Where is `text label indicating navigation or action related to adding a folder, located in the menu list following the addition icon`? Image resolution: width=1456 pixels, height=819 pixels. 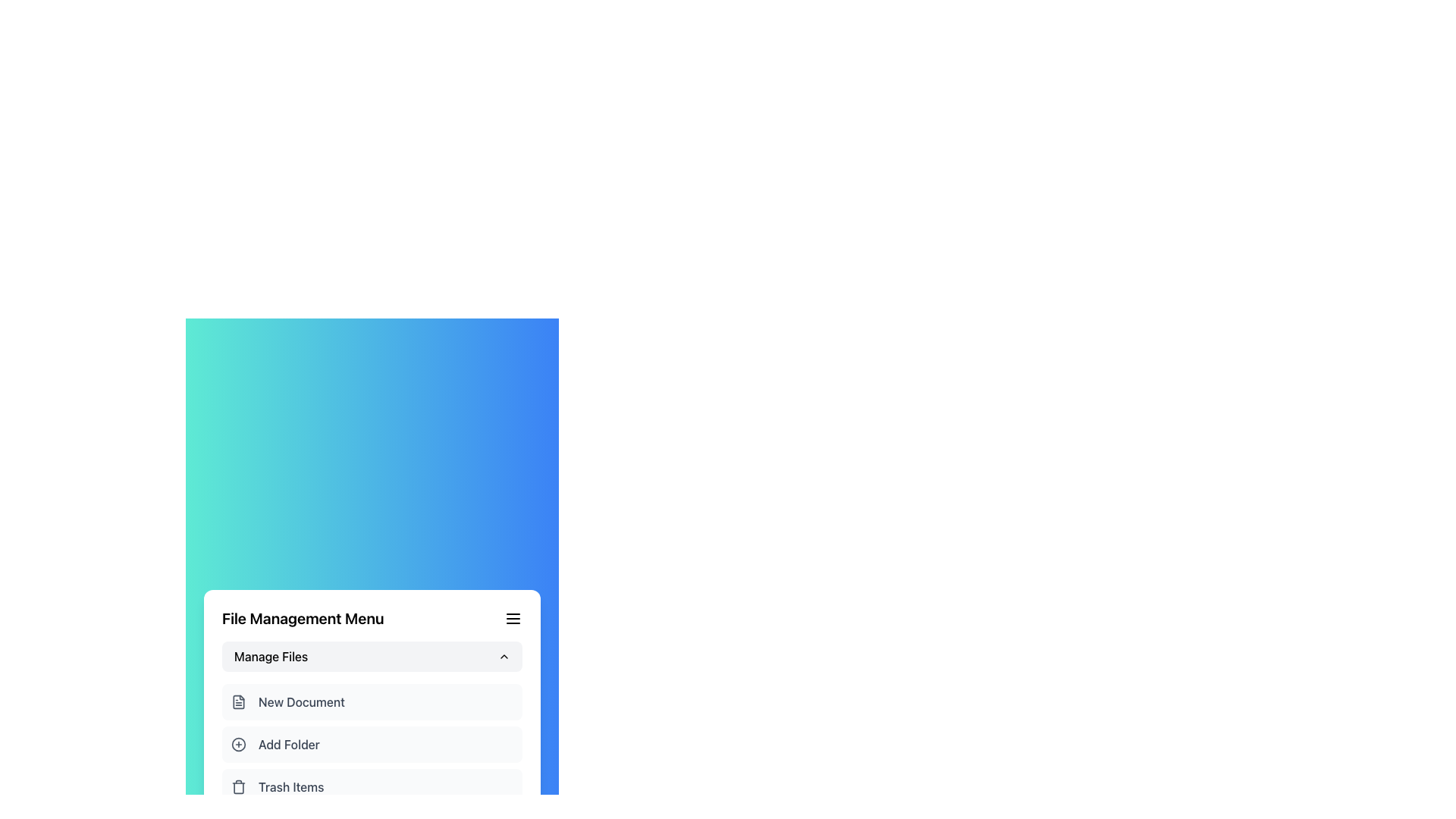
text label indicating navigation or action related to adding a folder, located in the menu list following the addition icon is located at coordinates (289, 744).